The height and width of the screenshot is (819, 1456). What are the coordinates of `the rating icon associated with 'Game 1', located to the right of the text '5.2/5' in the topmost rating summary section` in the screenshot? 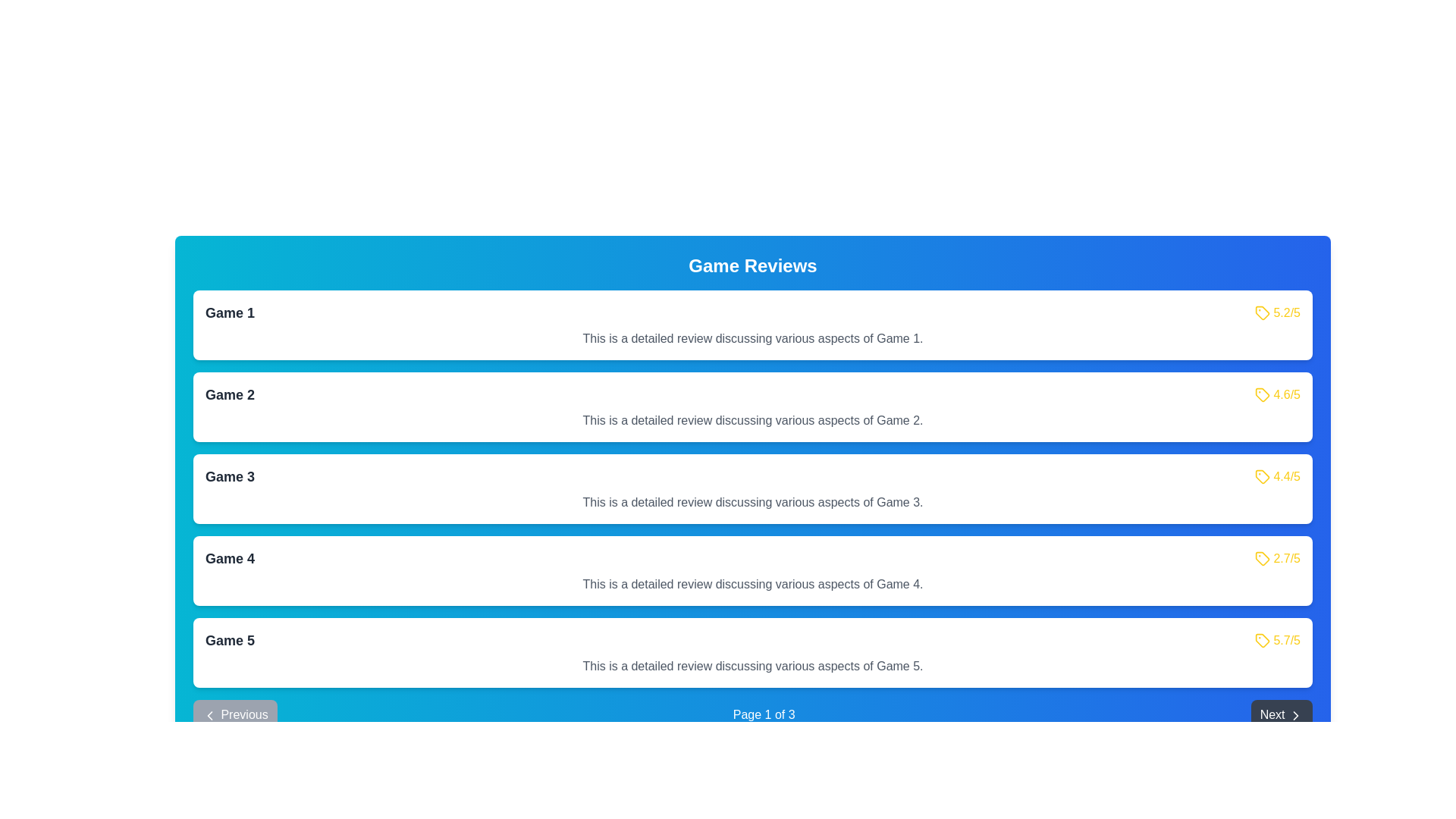 It's located at (1263, 312).